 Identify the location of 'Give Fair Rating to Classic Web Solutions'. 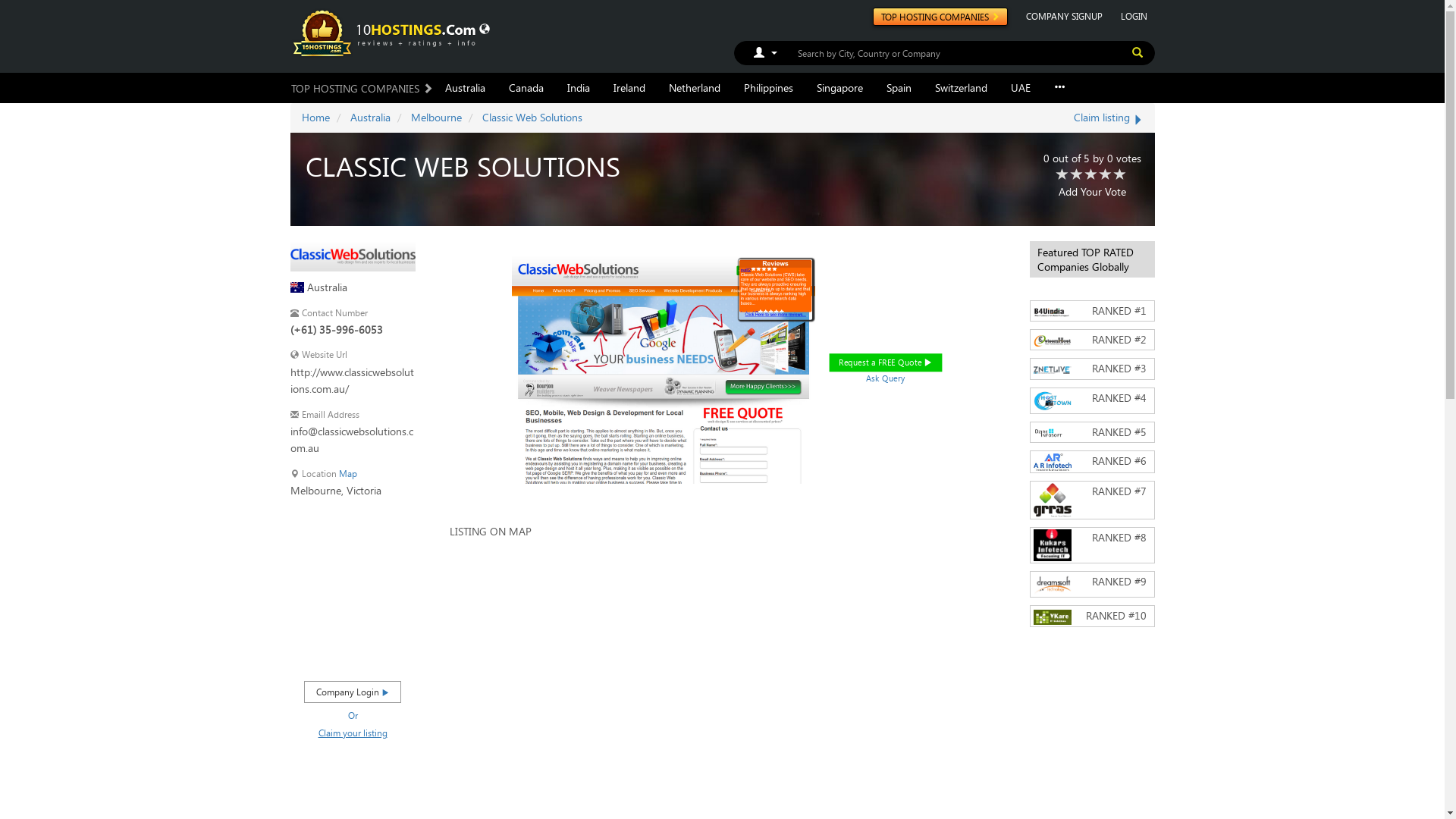
(1076, 174).